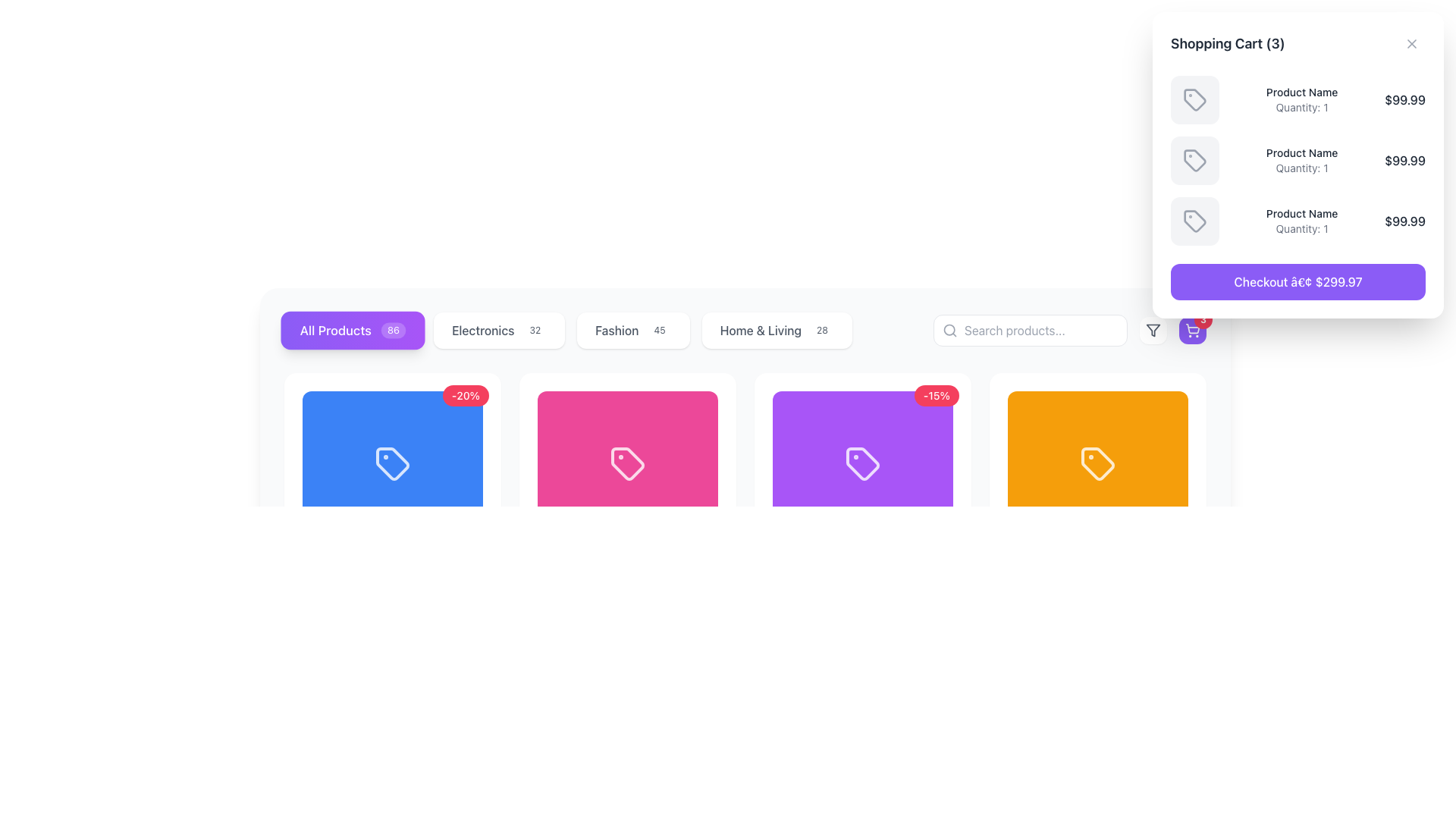  What do you see at coordinates (1404, 221) in the screenshot?
I see `the static text element displaying the price '$99.99' in the shopping cart, which is styled with a prominent font weight and dark-gray color` at bounding box center [1404, 221].